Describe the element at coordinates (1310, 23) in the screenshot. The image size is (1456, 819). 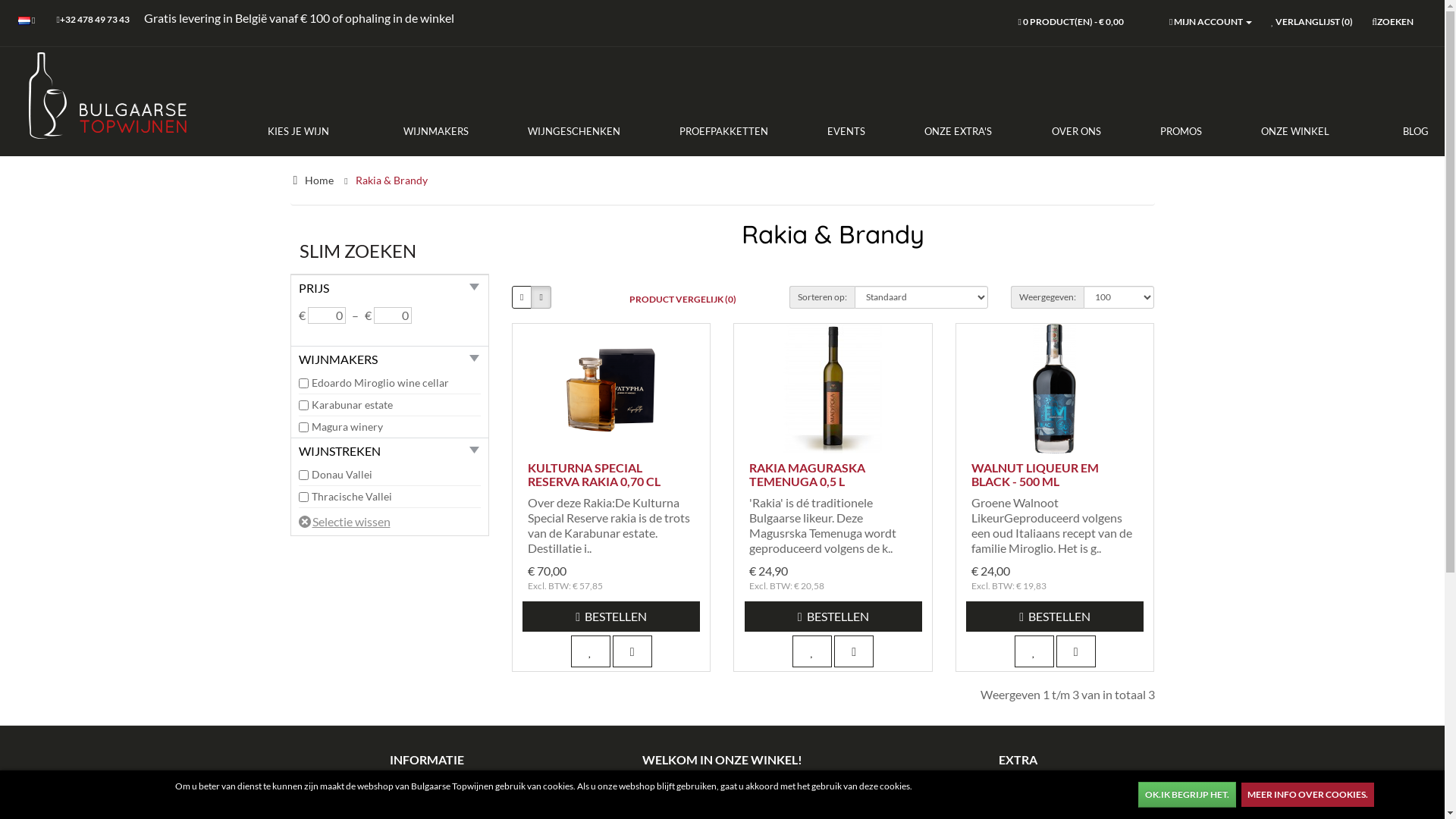
I see `'VERLANGLIJST (0)'` at that location.